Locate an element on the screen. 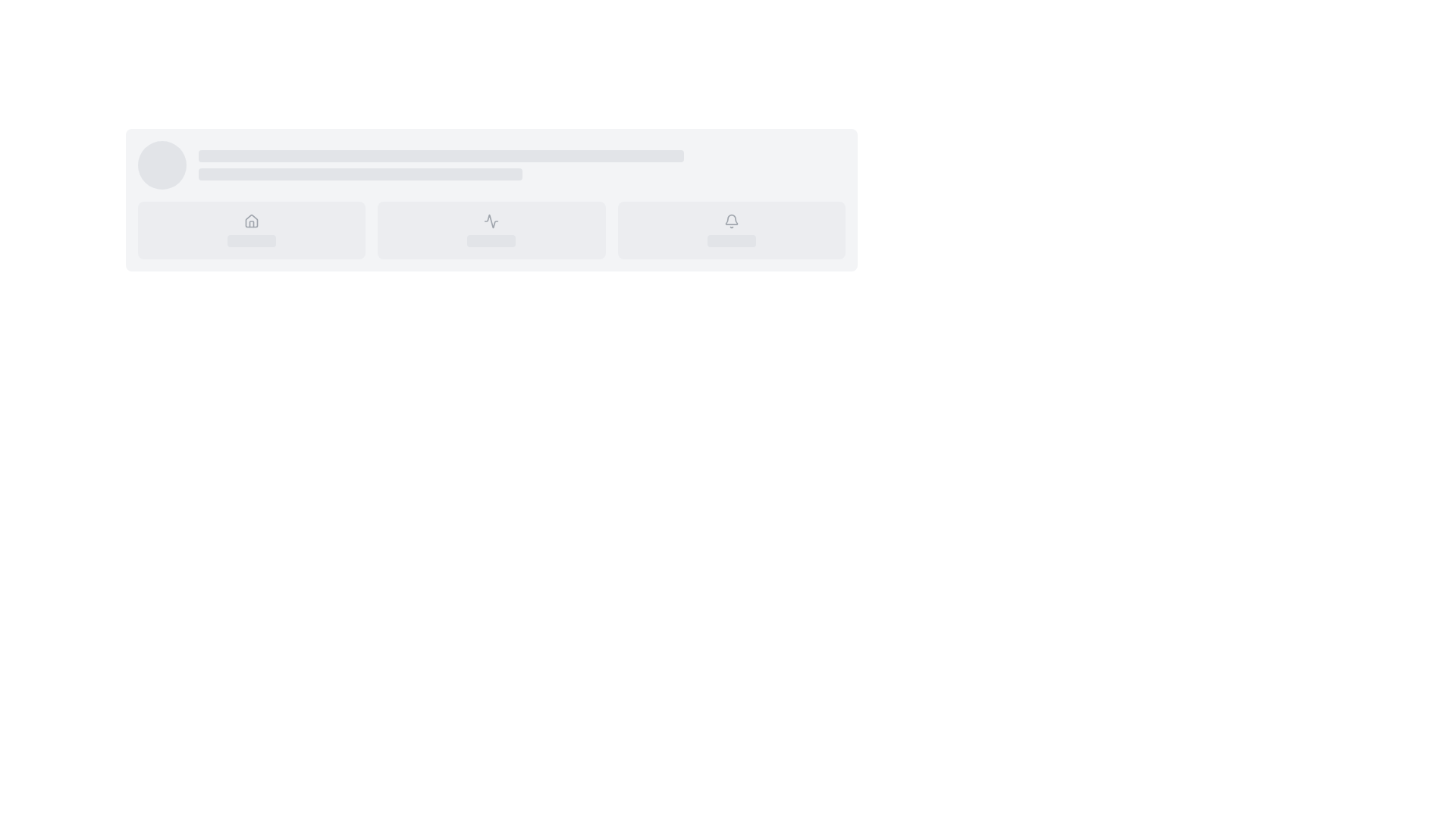  the 'Home' navigation icon, which is the first icon in a horizontally aligned group of icons is located at coordinates (252, 221).